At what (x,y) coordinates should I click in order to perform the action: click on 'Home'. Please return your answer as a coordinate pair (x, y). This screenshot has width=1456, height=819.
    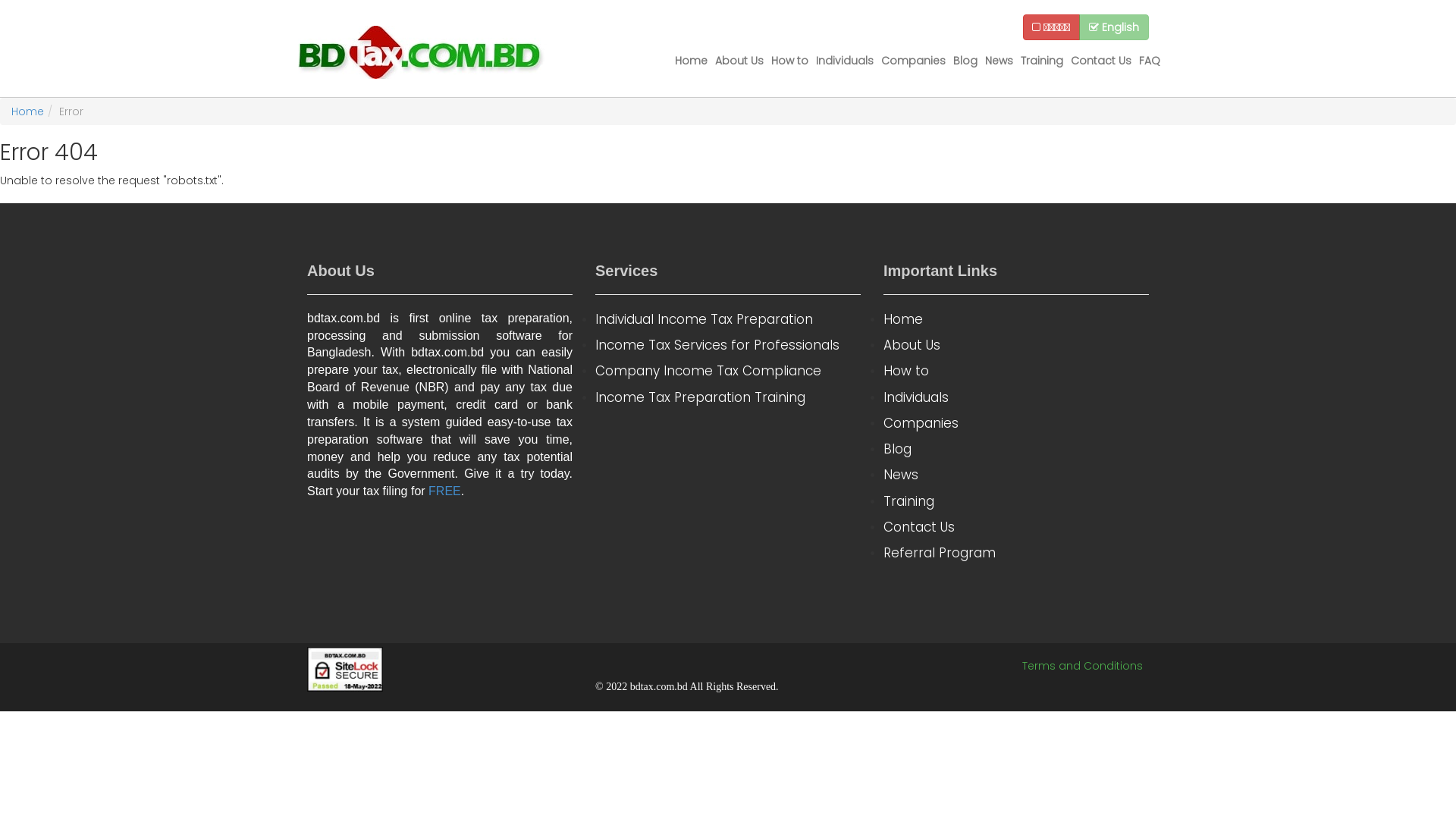
    Looking at the image, I should click on (1015, 318).